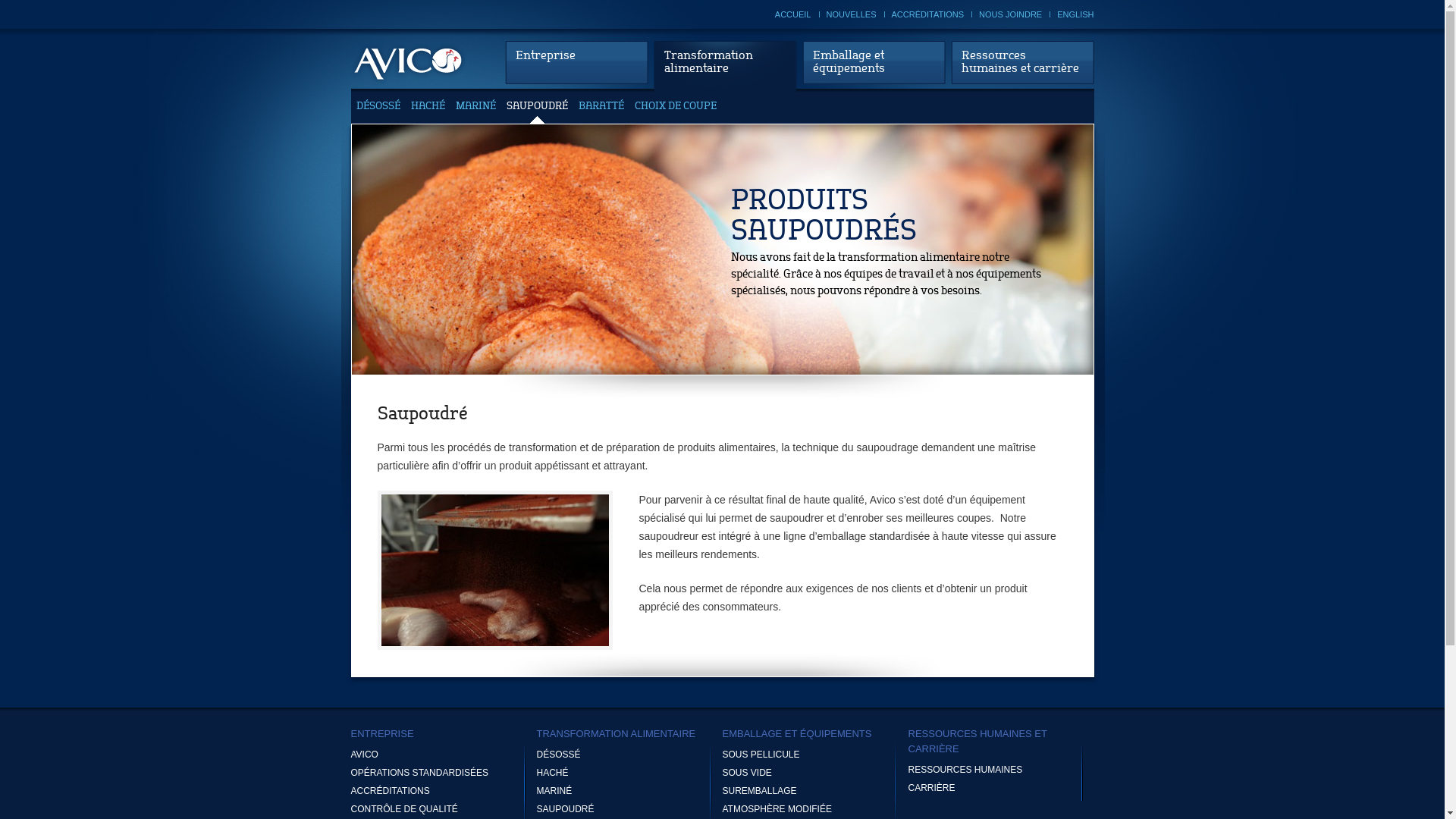 This screenshot has width=1456, height=819. Describe the element at coordinates (349, 755) in the screenshot. I see `'AVICO'` at that location.